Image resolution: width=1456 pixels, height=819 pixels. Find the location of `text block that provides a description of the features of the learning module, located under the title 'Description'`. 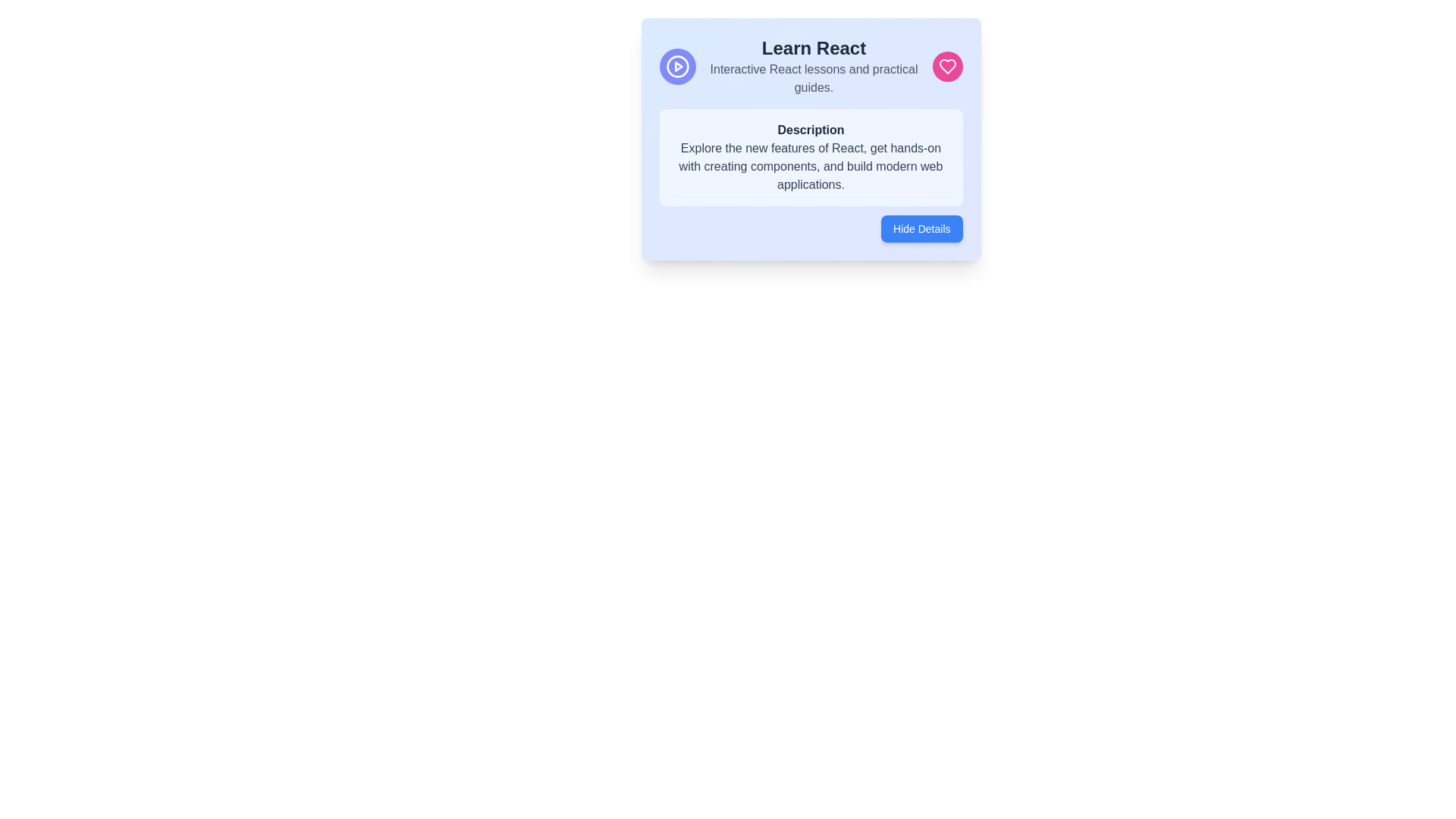

text block that provides a description of the features of the learning module, located under the title 'Description' is located at coordinates (810, 166).